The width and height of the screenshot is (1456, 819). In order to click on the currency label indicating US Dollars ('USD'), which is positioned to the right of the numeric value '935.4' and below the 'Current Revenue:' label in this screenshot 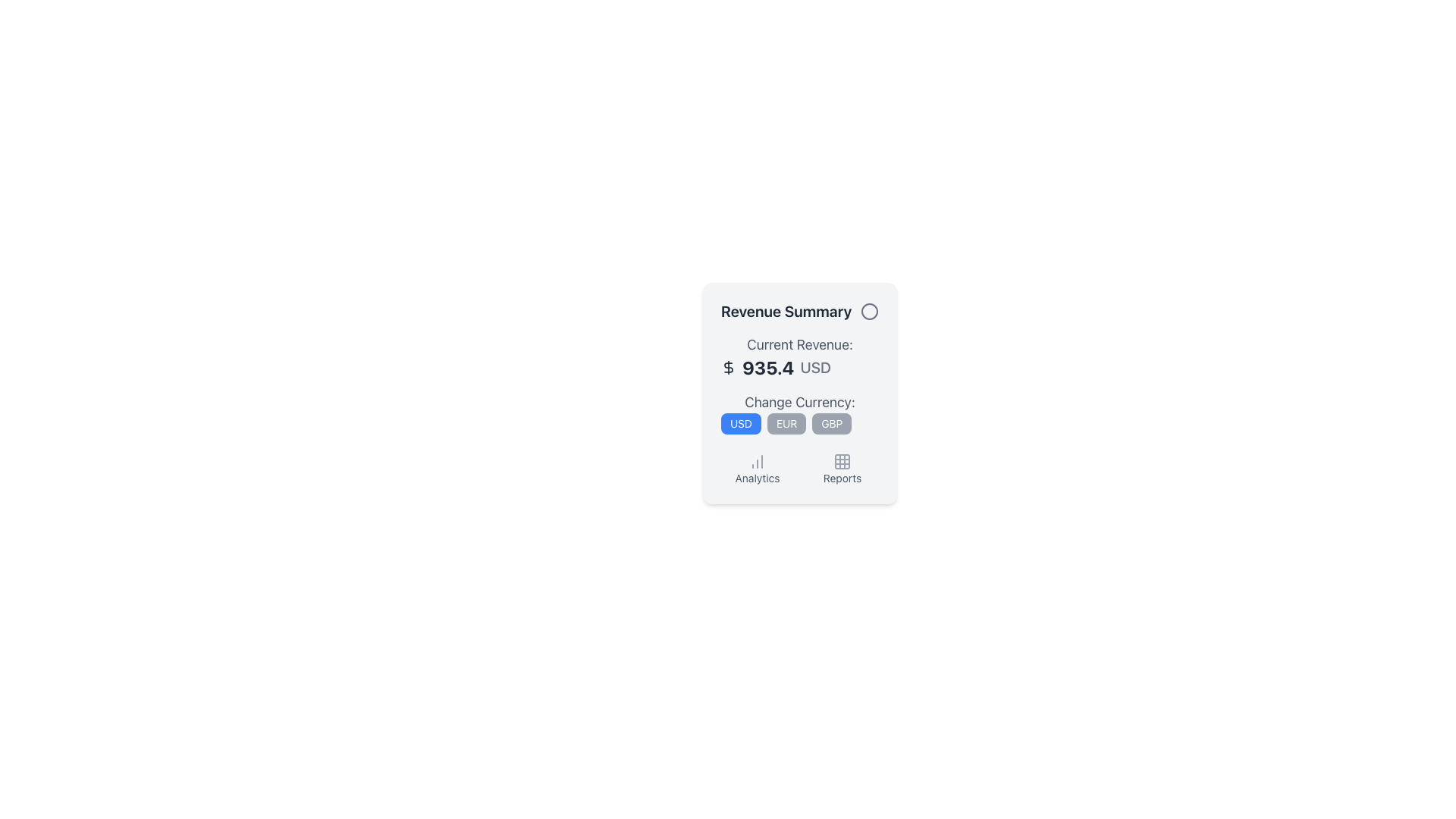, I will do `click(814, 368)`.